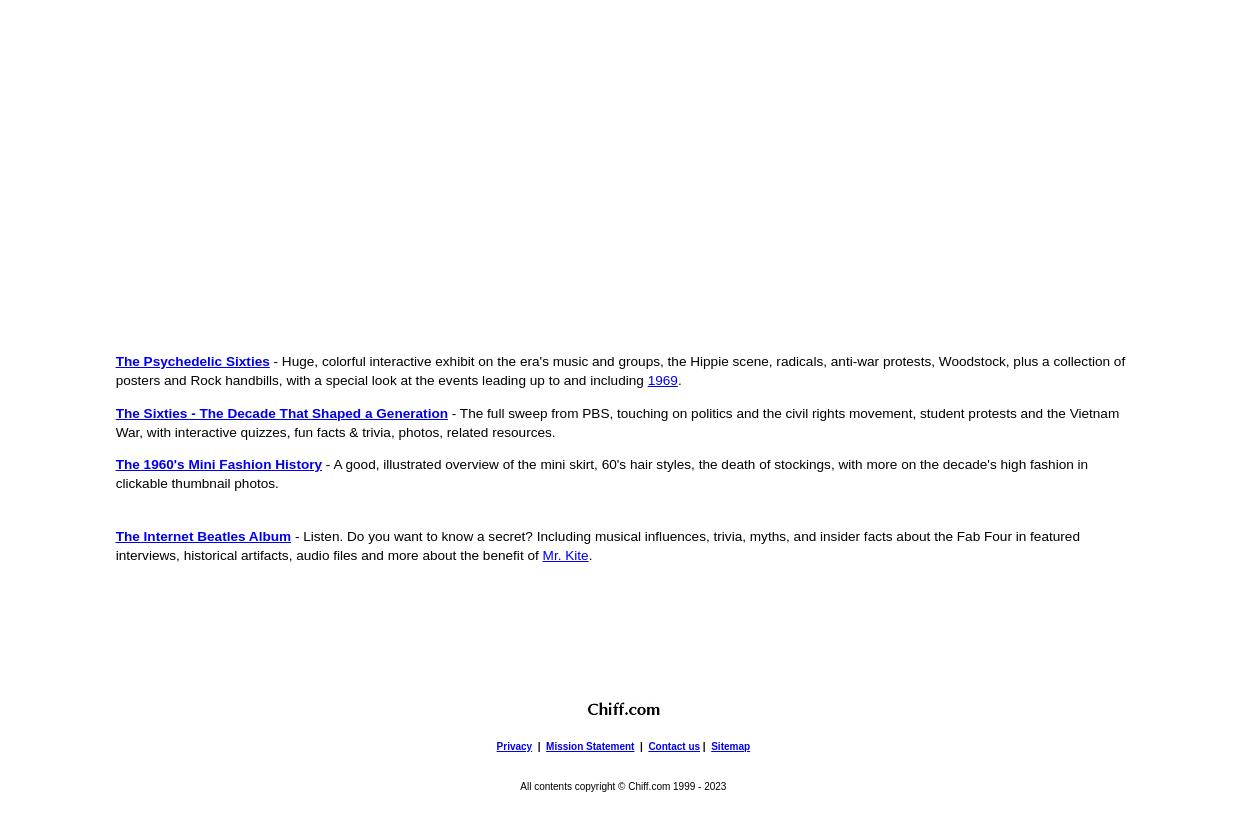 The height and width of the screenshot is (835, 1250). Describe the element at coordinates (281, 412) in the screenshot. I see `'The 
                Sixties - The Decade That Shaped a Generation'` at that location.